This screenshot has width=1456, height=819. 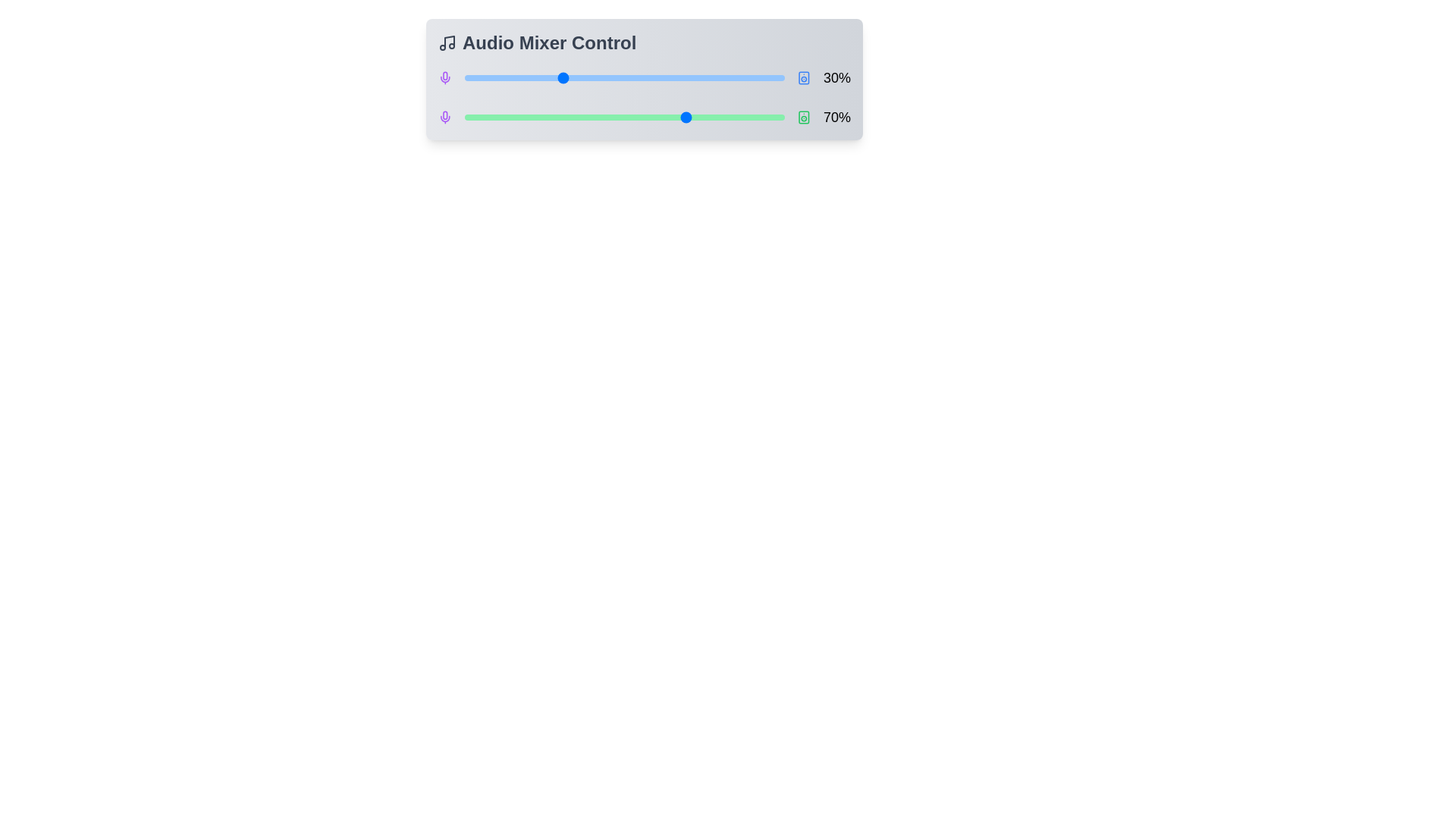 I want to click on the slider, so click(x=656, y=78).